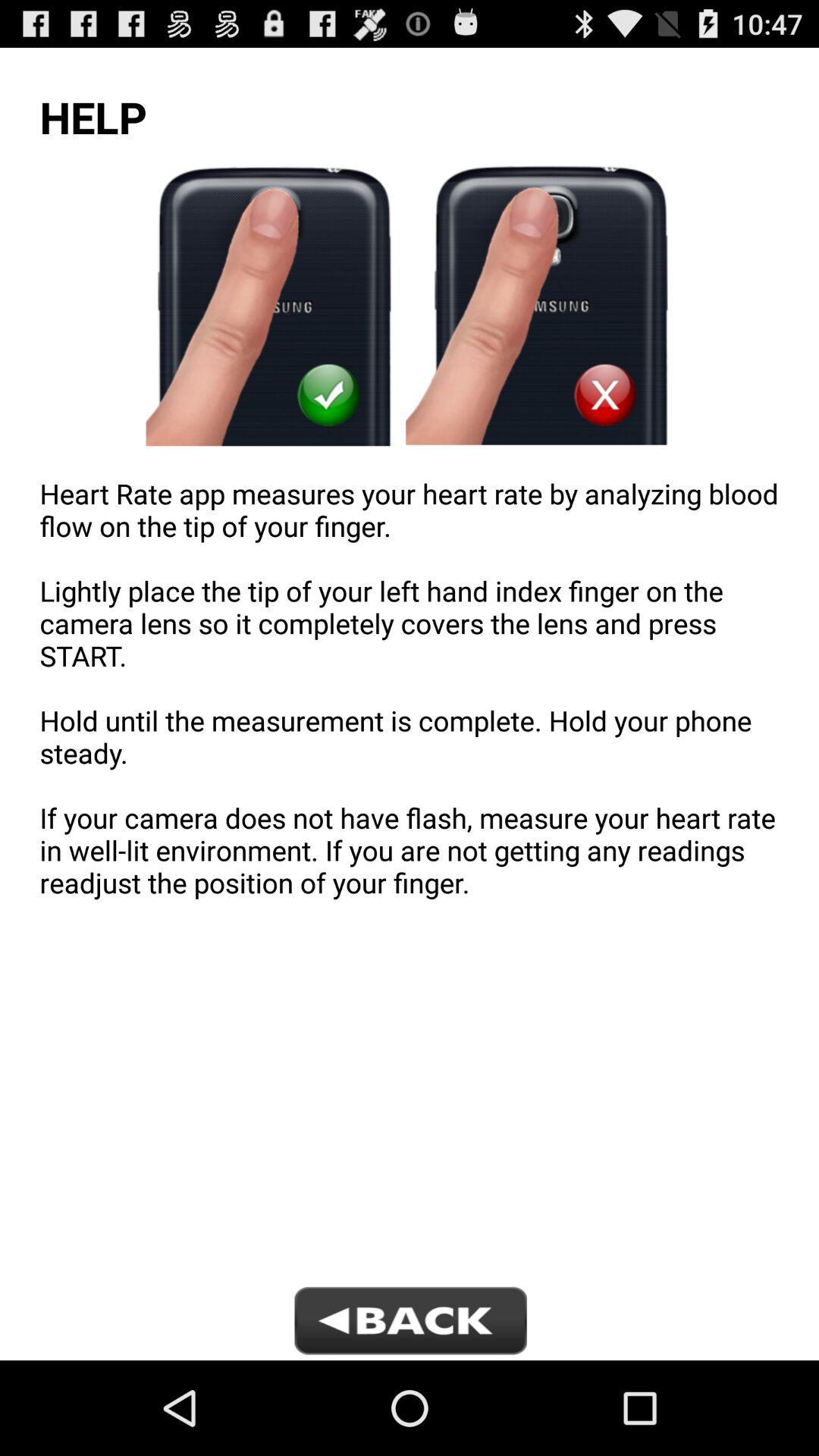  What do you see at coordinates (409, 1323) in the screenshot?
I see `the item at the bottom` at bounding box center [409, 1323].